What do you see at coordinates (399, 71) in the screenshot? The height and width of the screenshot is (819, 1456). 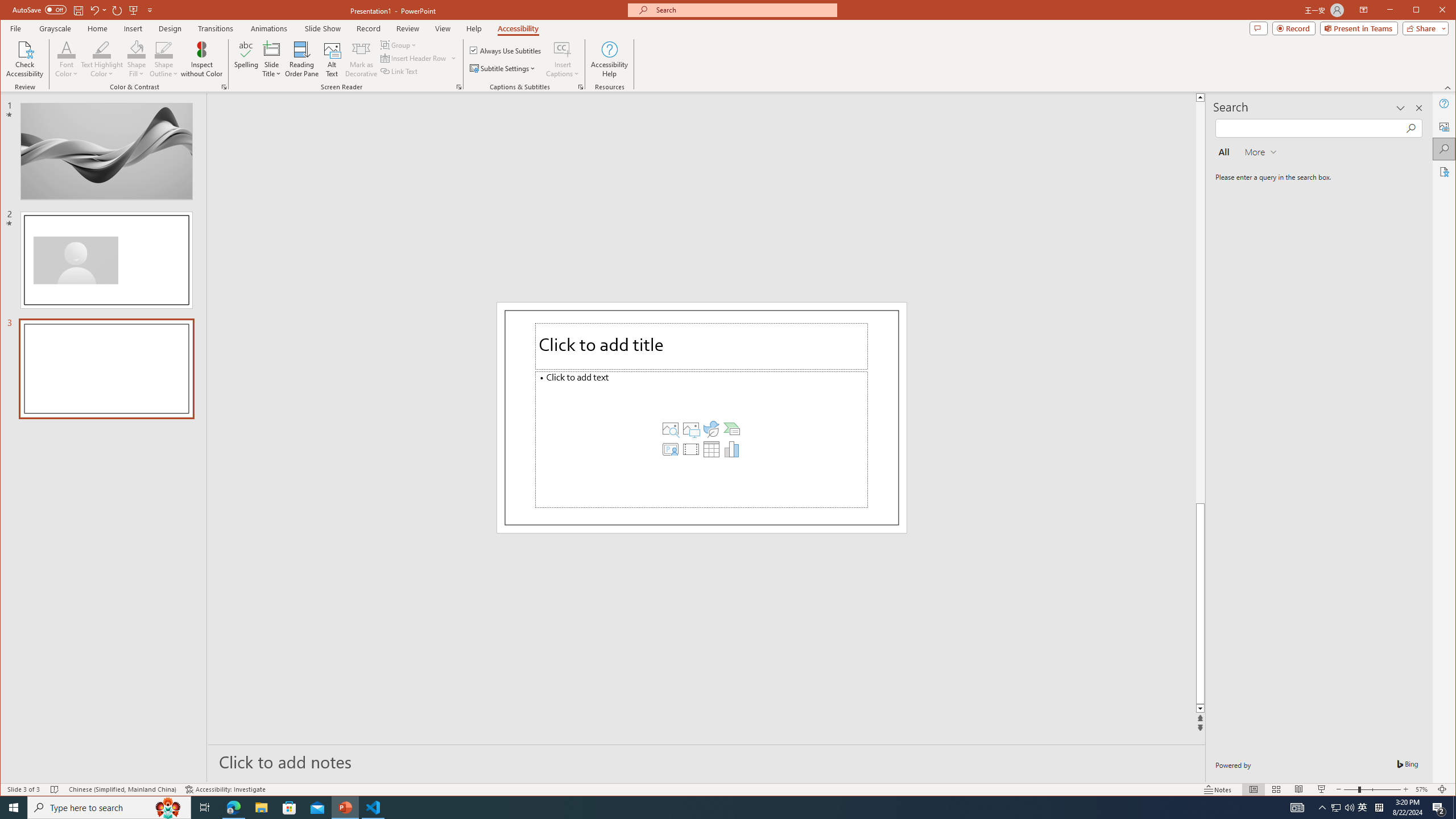 I see `'Link Text'` at bounding box center [399, 71].